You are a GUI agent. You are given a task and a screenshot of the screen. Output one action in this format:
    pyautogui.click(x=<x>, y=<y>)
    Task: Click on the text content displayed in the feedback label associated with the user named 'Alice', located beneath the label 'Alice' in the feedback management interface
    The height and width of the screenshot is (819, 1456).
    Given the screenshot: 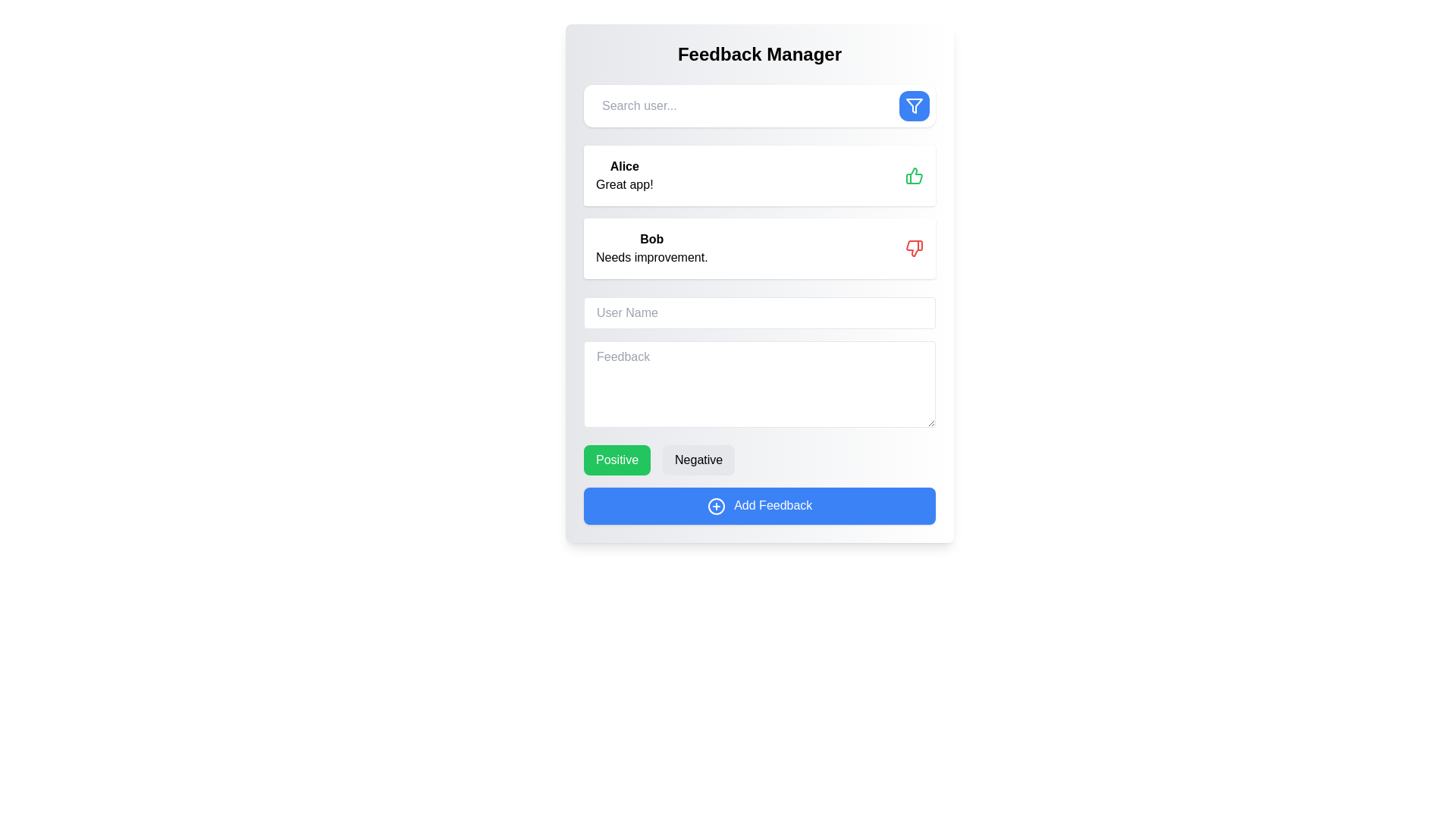 What is the action you would take?
    pyautogui.click(x=624, y=184)
    